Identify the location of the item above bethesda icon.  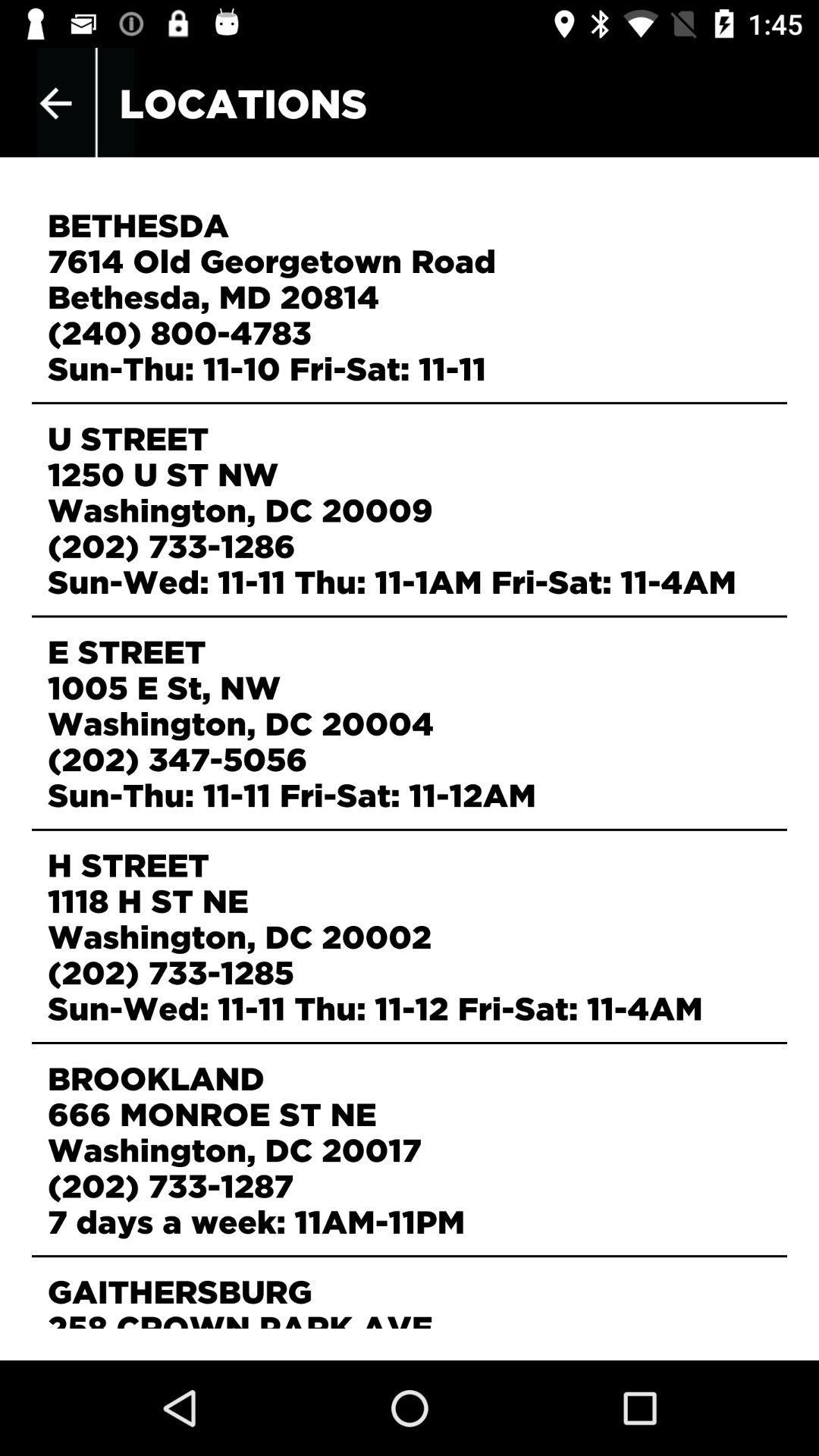
(55, 102).